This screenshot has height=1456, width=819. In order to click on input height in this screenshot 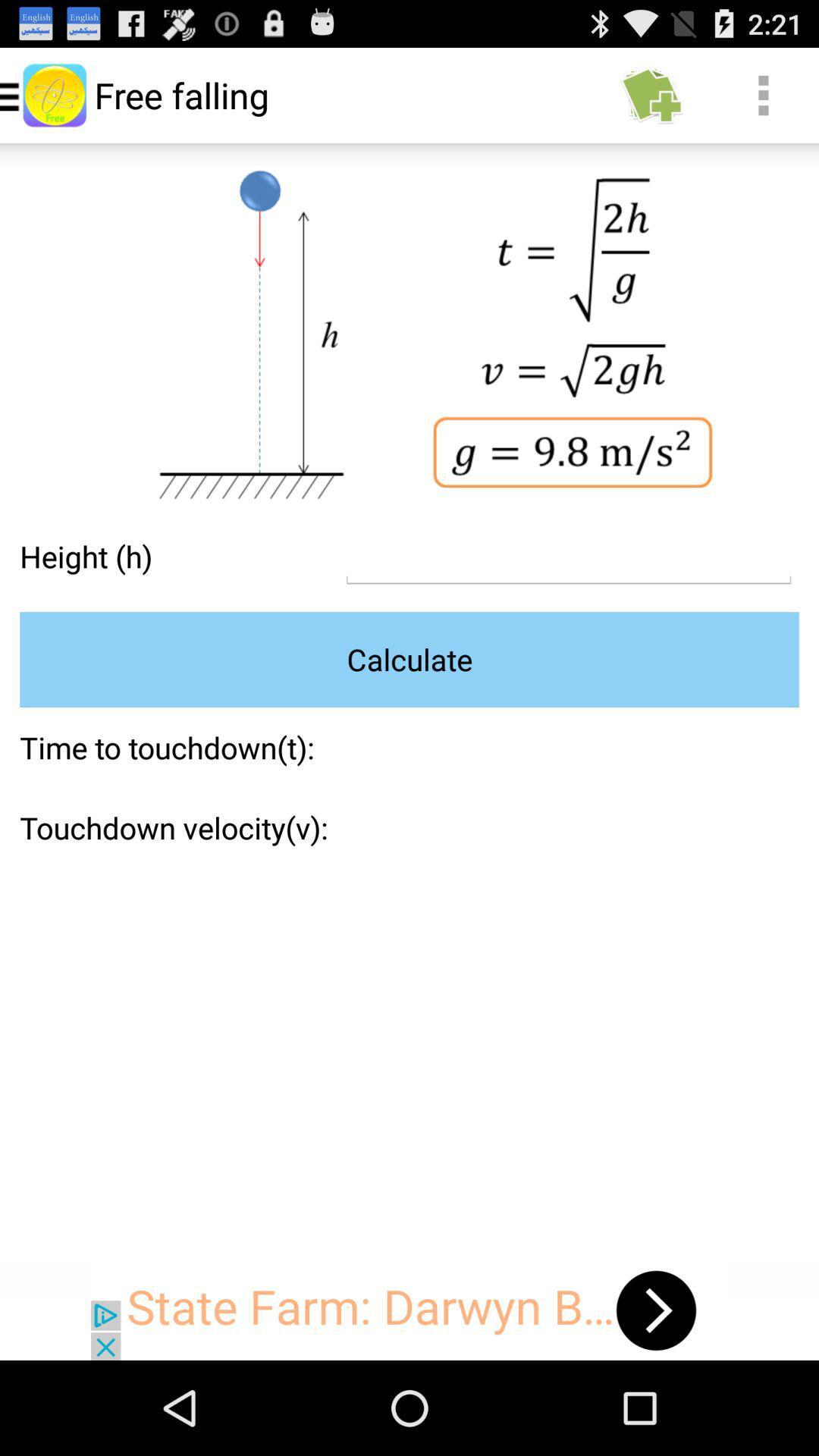, I will do `click(568, 556)`.